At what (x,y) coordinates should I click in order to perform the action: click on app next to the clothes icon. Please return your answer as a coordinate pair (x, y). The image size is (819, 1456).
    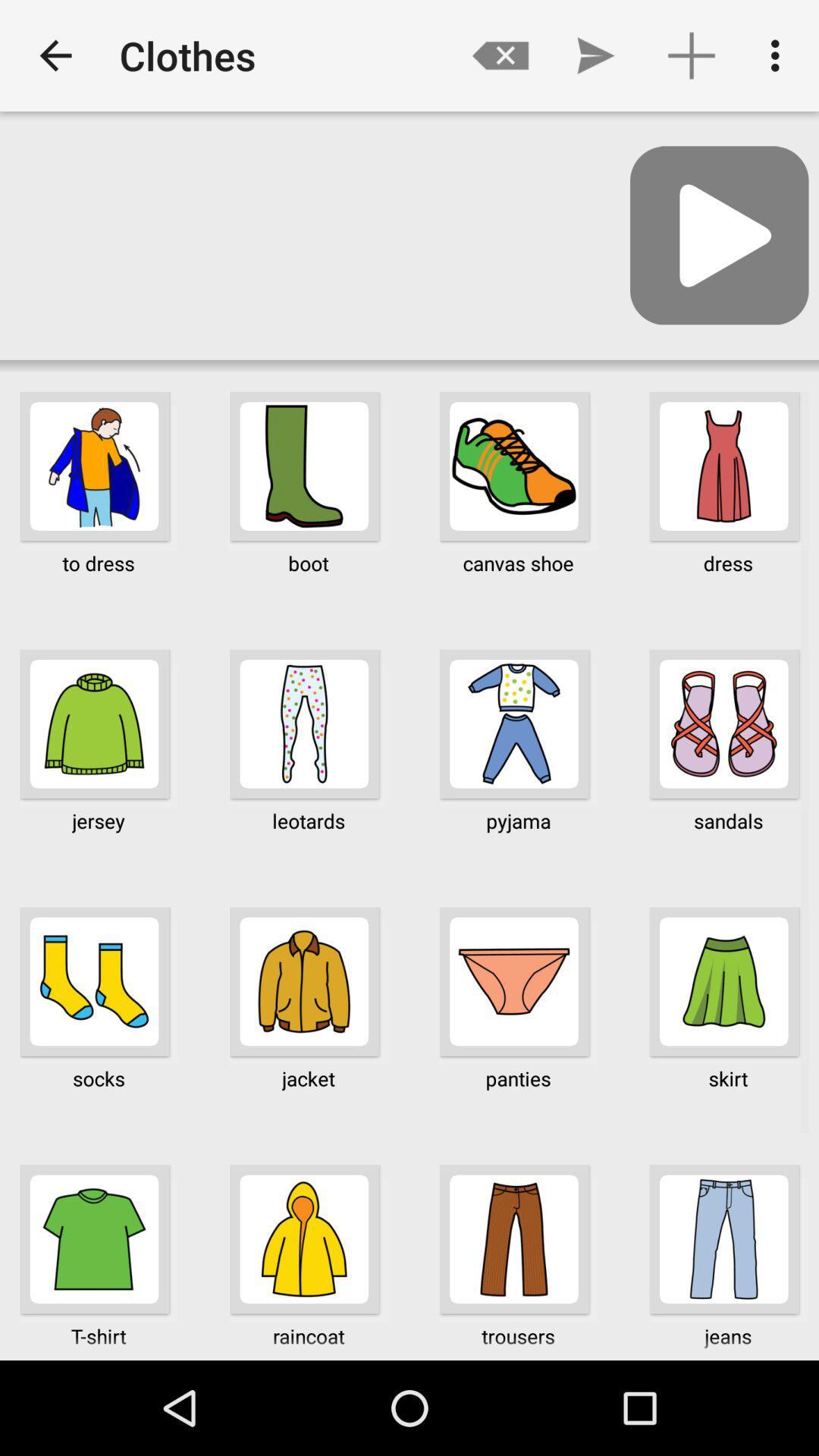
    Looking at the image, I should click on (500, 55).